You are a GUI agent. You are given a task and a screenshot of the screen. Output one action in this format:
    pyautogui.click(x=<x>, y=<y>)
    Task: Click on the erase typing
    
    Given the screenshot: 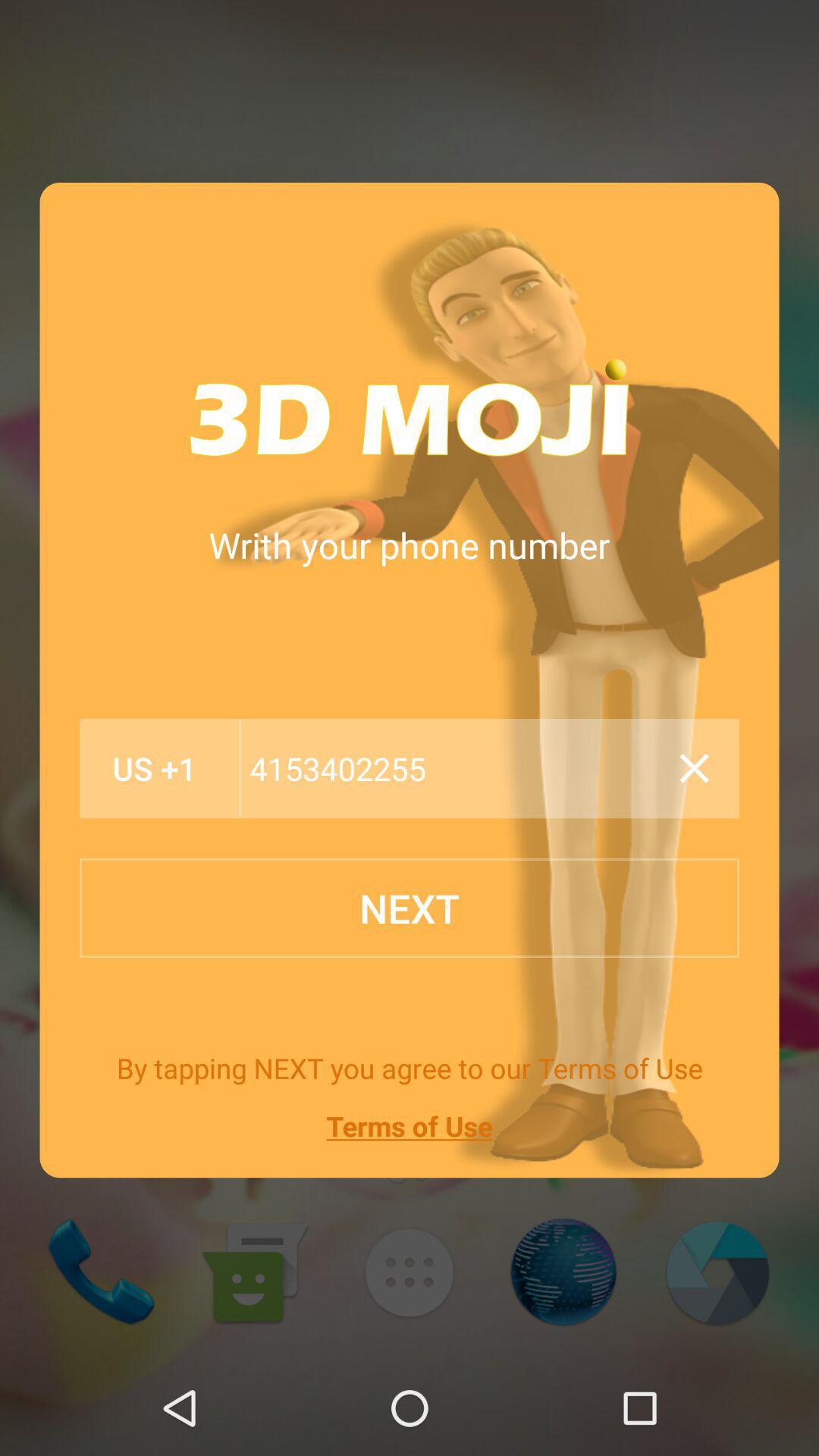 What is the action you would take?
    pyautogui.click(x=694, y=768)
    